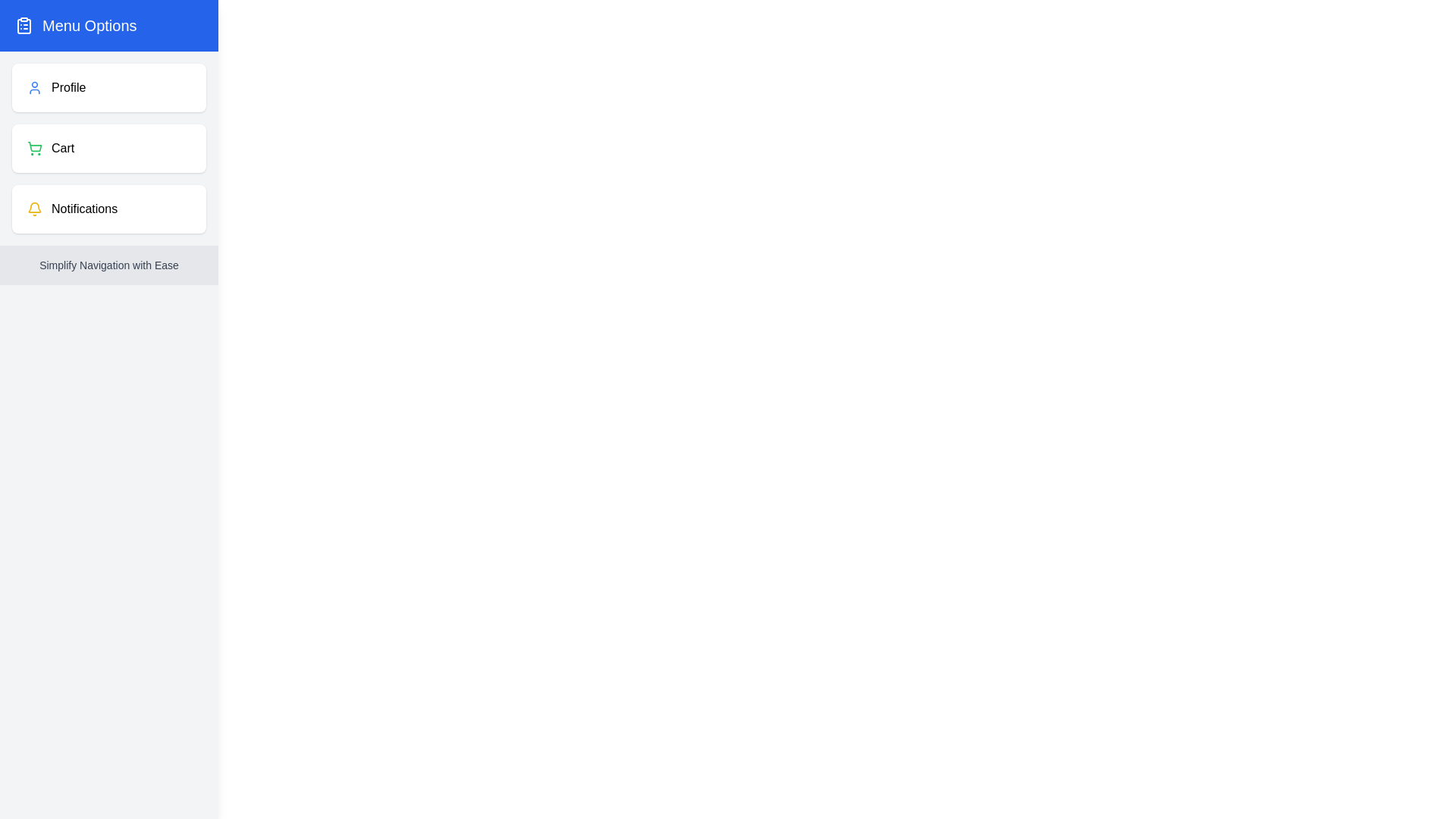 The width and height of the screenshot is (1456, 819). What do you see at coordinates (108, 149) in the screenshot?
I see `the 'Cart' option in the drawer menu` at bounding box center [108, 149].